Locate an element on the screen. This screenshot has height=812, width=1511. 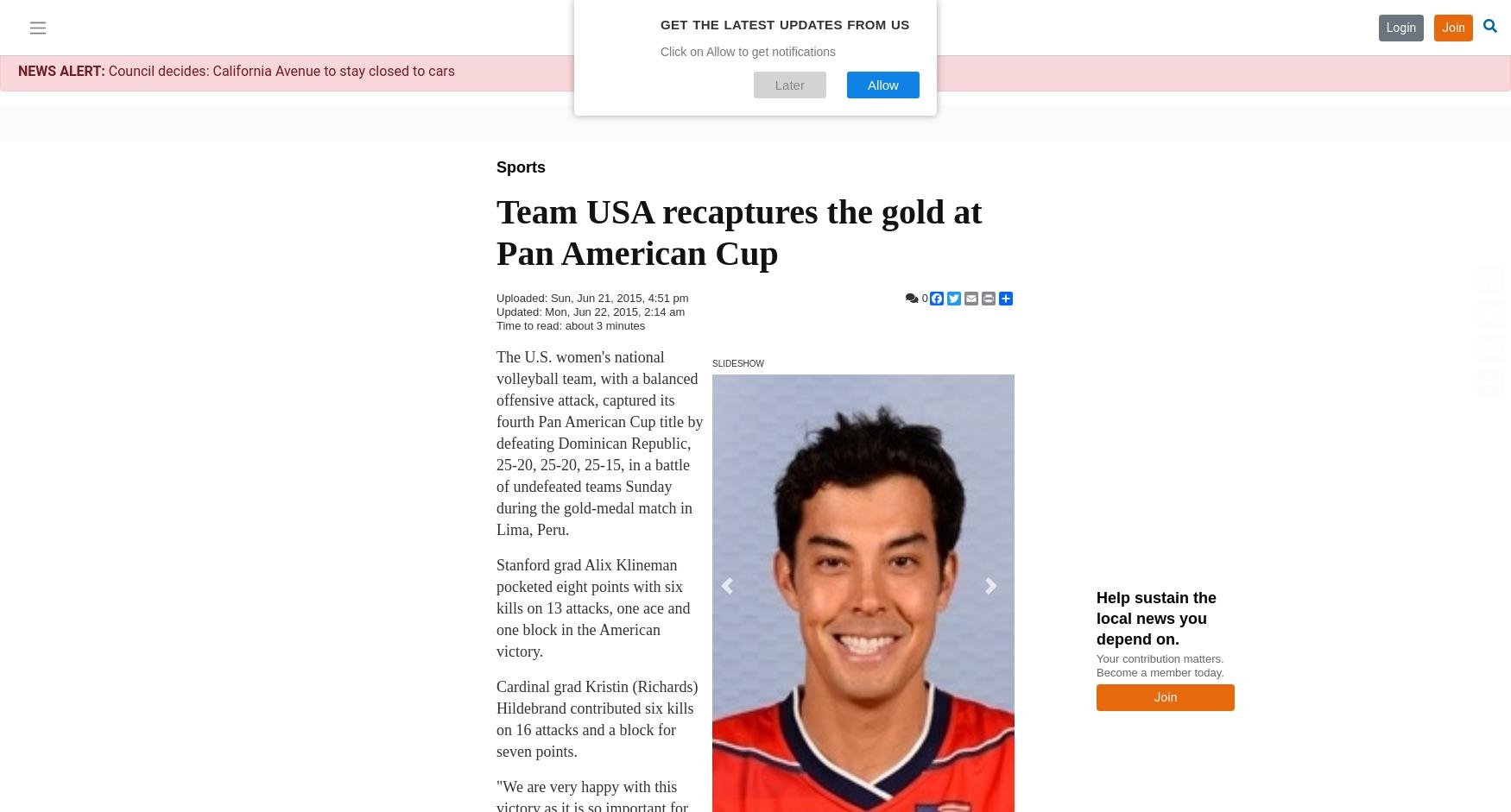
'0' is located at coordinates (923, 298).